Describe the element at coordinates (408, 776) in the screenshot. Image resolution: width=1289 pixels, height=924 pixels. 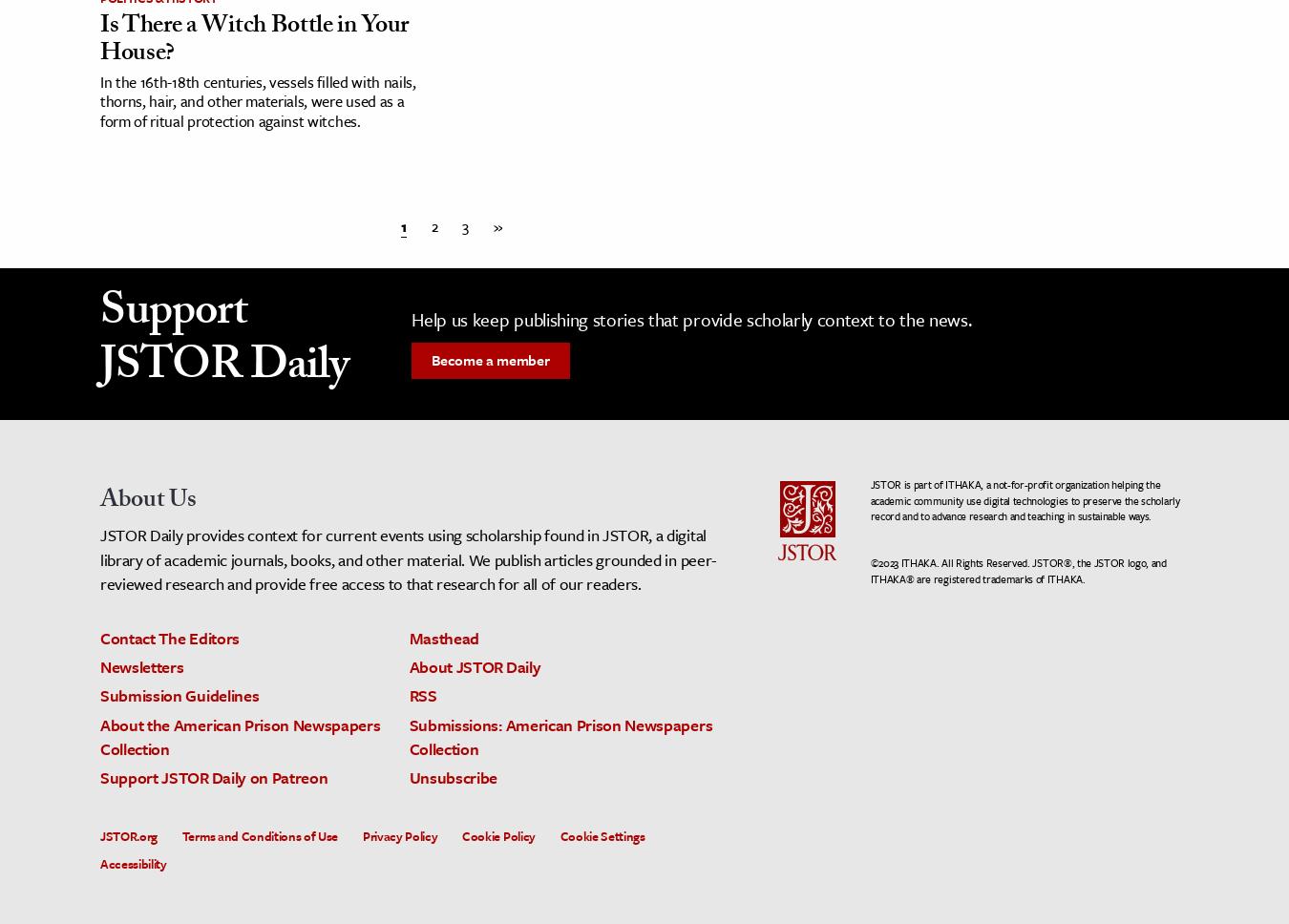
I see `'Unsubscribe'` at that location.